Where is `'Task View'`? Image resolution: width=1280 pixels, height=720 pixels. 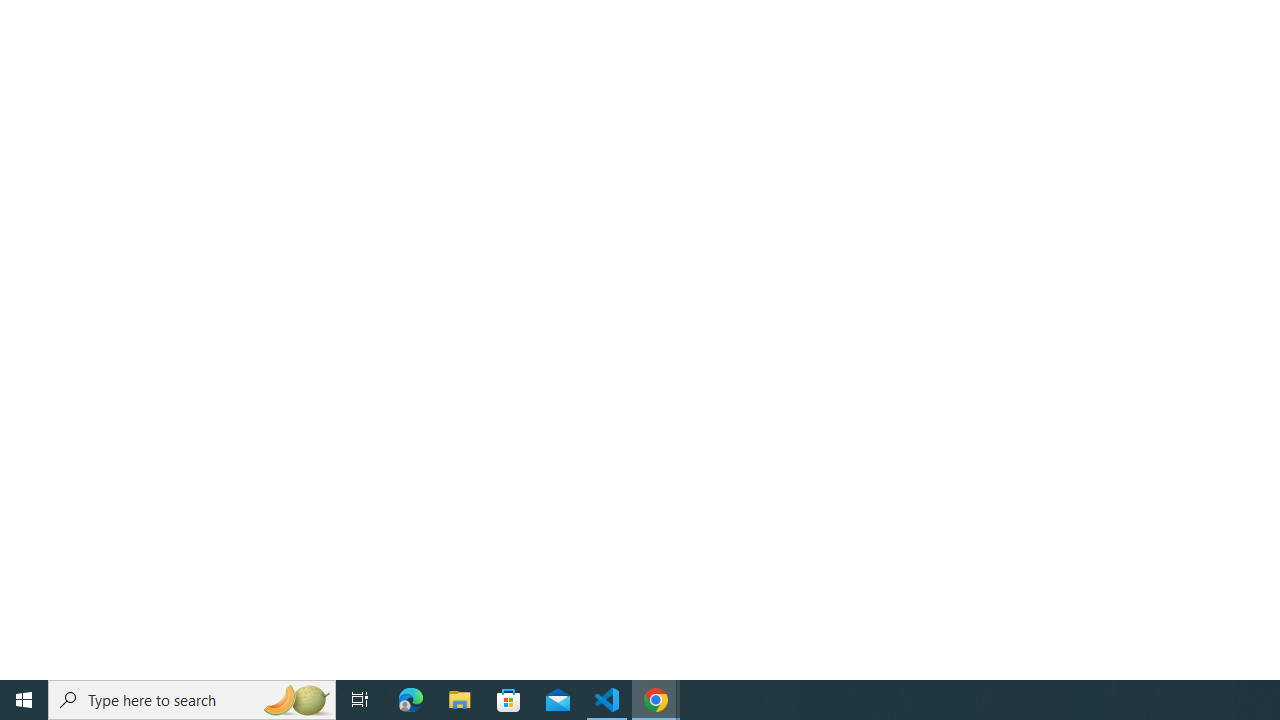
'Task View' is located at coordinates (359, 698).